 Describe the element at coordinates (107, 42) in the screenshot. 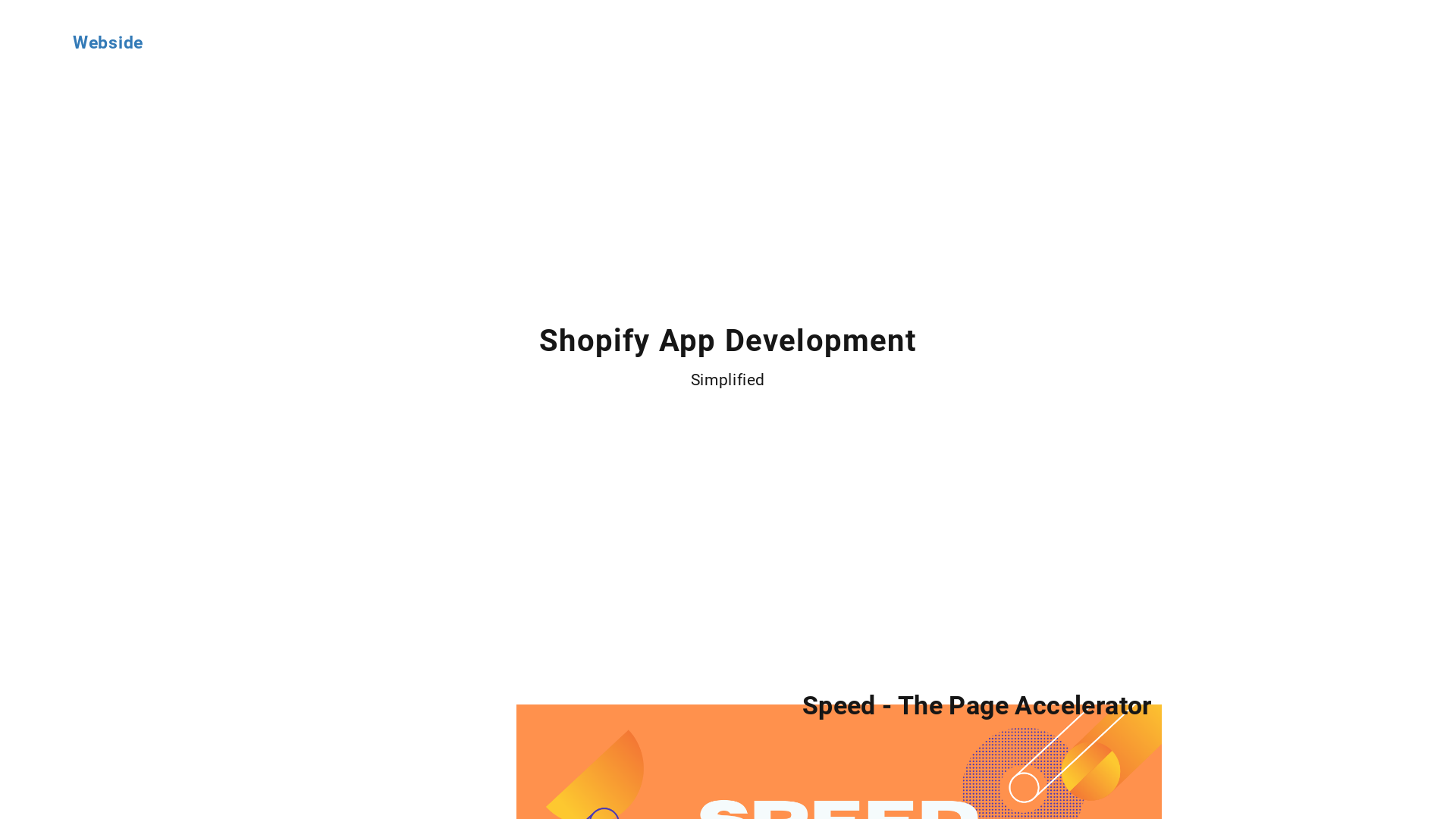

I see `'Webside'` at that location.